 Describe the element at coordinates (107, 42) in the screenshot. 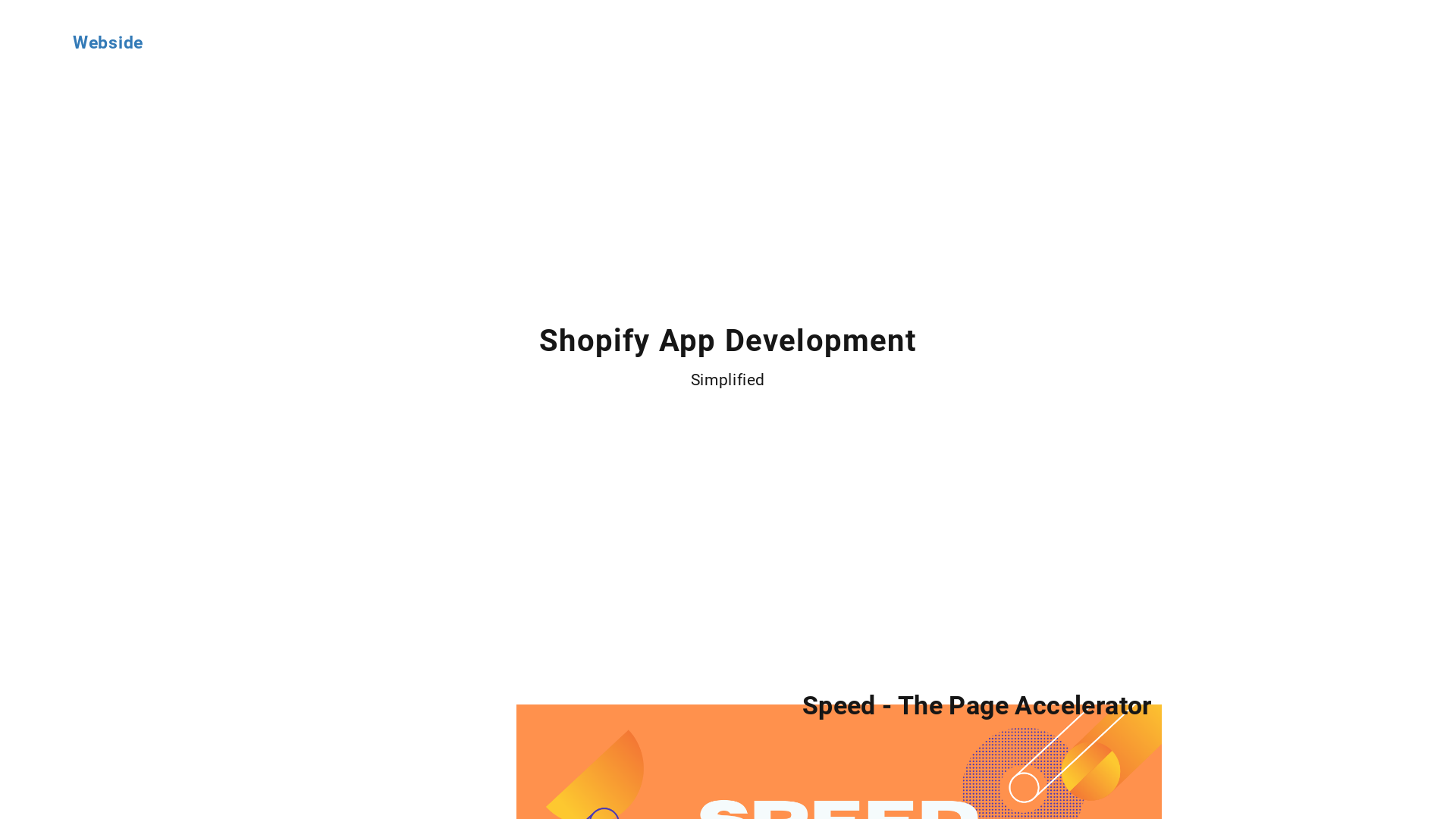

I see `'Webside'` at that location.